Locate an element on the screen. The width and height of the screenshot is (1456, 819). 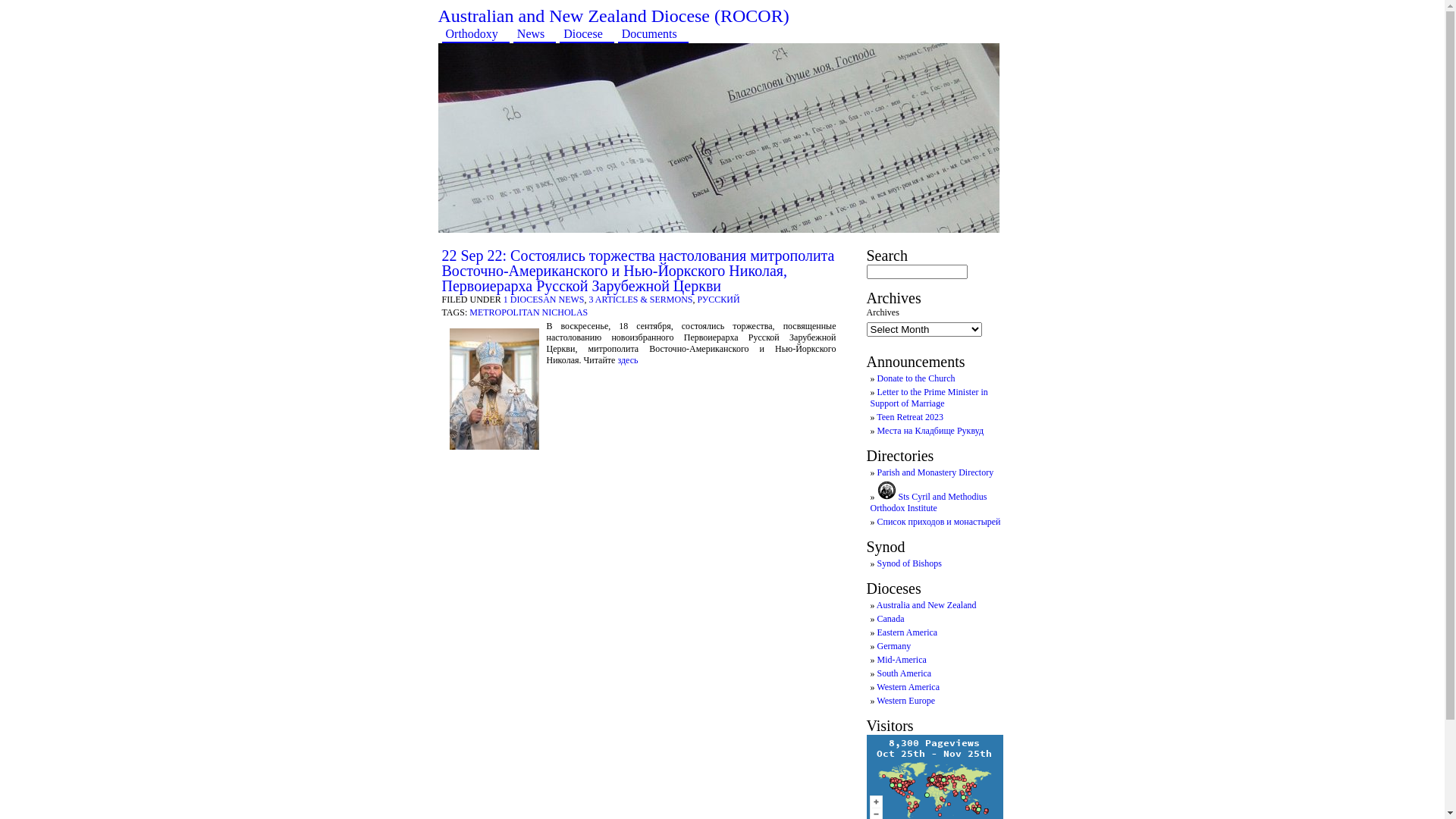
'News' is located at coordinates (513, 33).